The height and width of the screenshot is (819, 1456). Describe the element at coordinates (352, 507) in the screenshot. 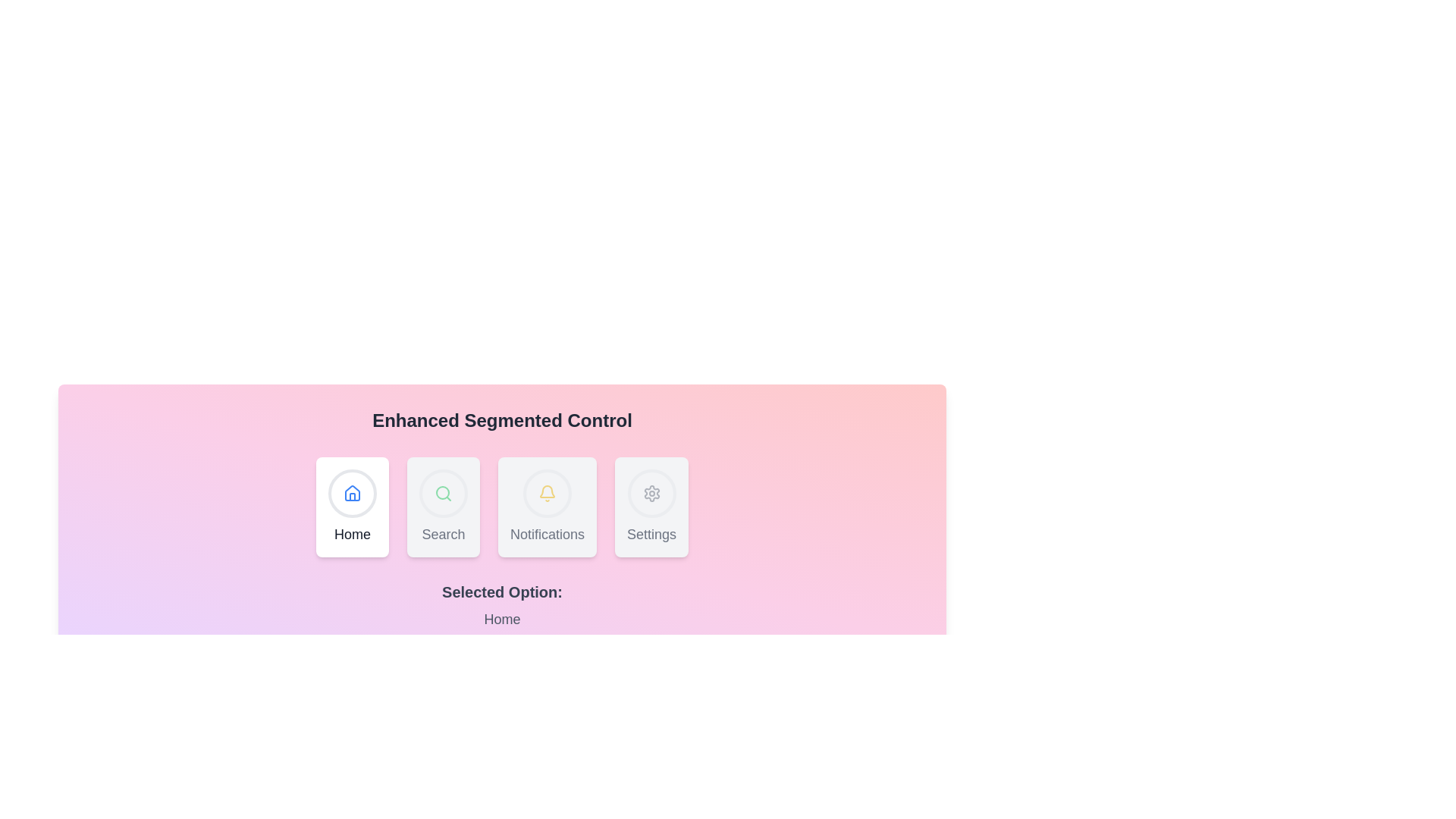

I see `the 'Home' button, which features a house icon outlined in blue and a label reading 'Home' in bold, dark gray text` at that location.